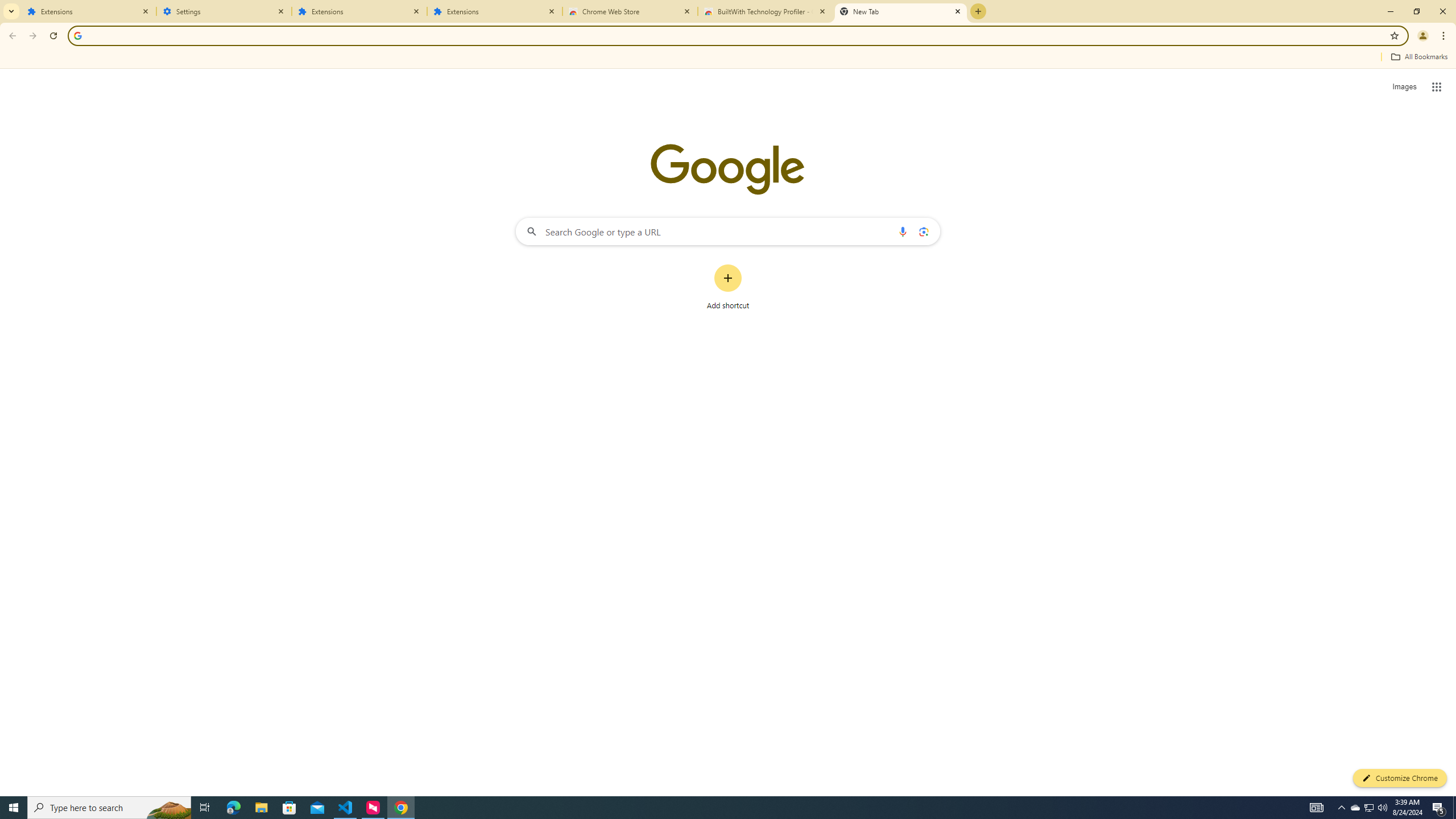 This screenshot has width=1456, height=819. Describe the element at coordinates (630, 11) in the screenshot. I see `'Chrome Web Store'` at that location.